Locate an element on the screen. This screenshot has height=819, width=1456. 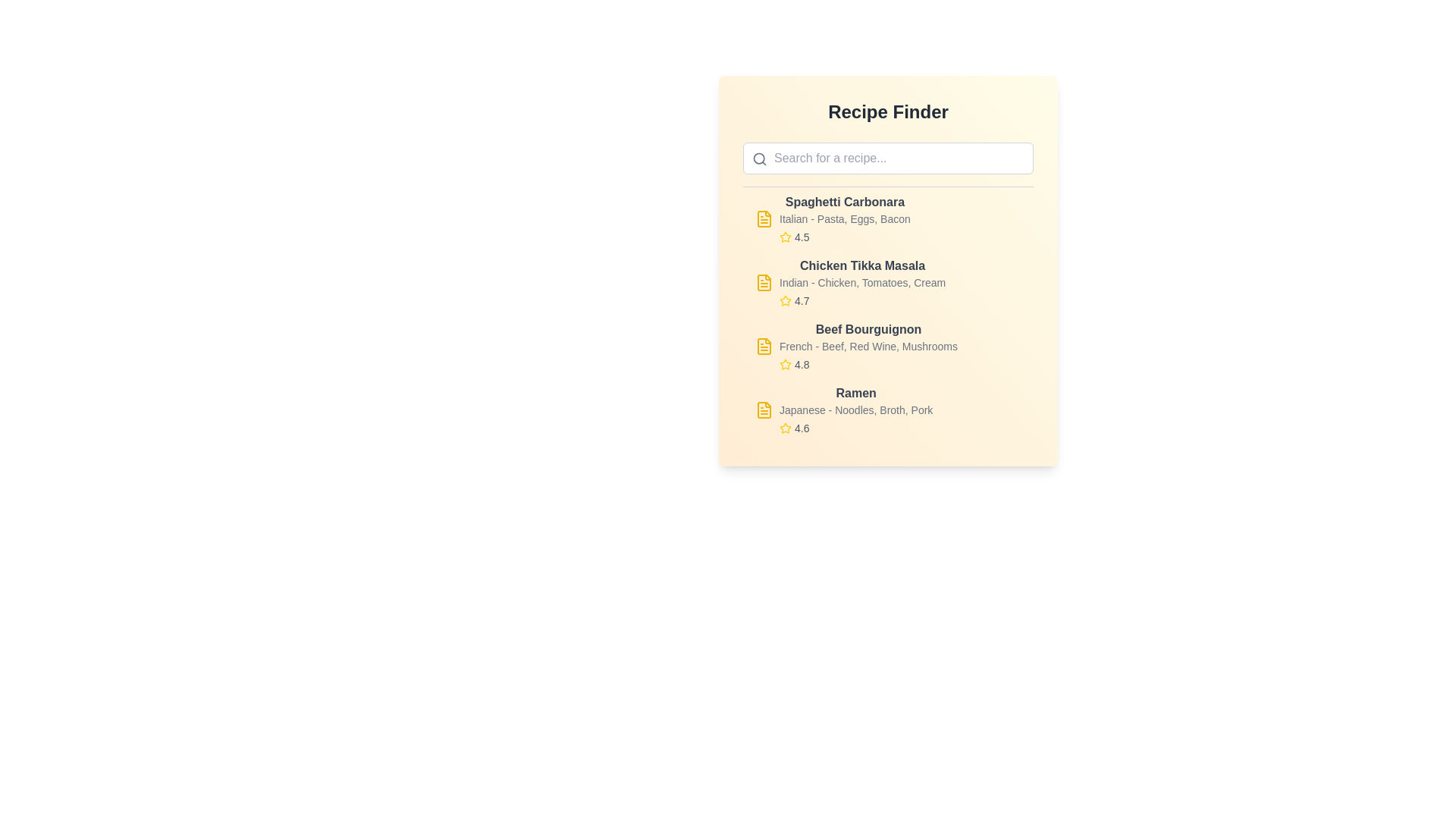
the search icon located at the leftmost side of the search input field, which visually indicates the purpose of the input field is located at coordinates (760, 158).